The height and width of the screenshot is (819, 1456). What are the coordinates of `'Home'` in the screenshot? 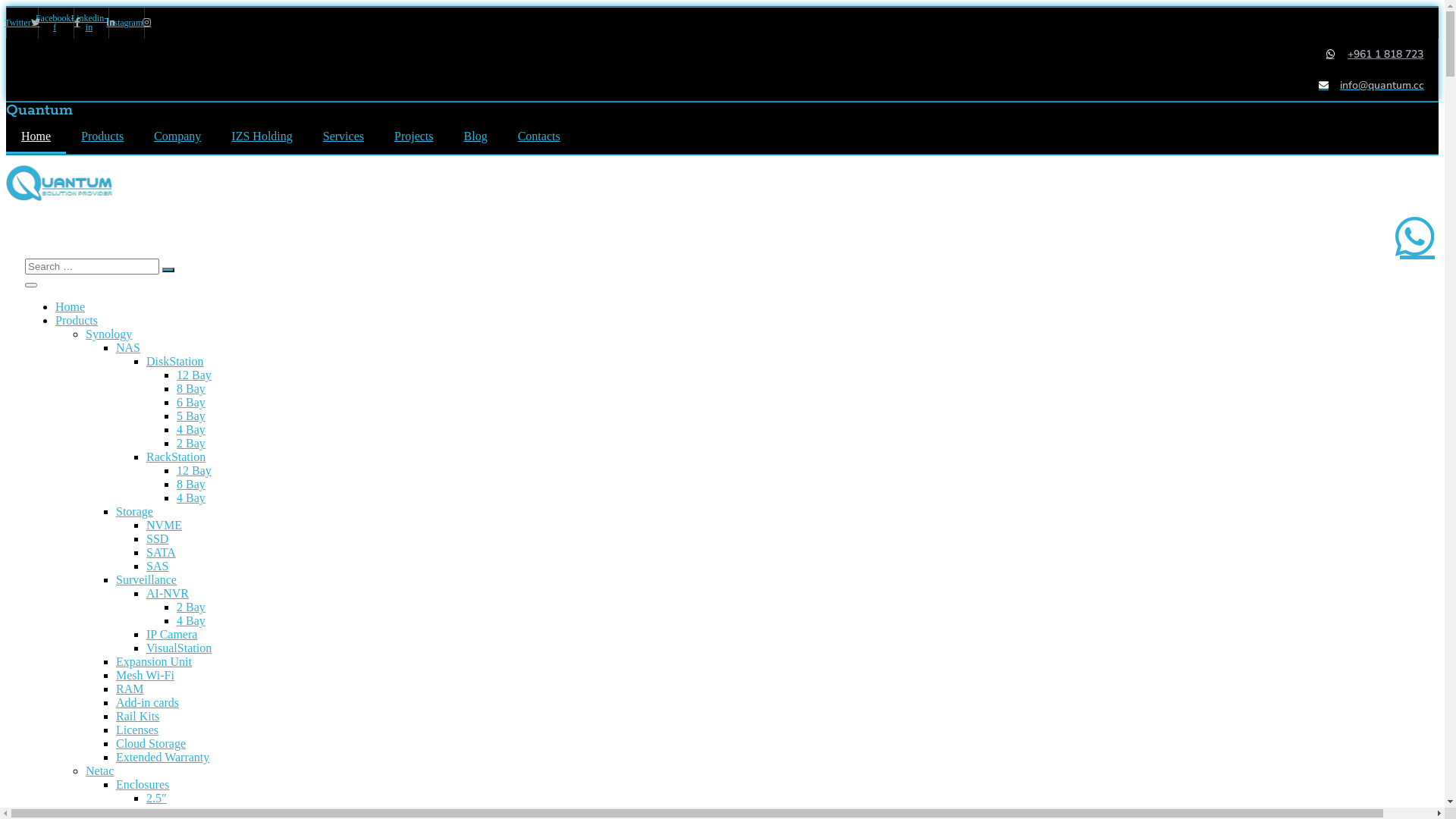 It's located at (69, 306).